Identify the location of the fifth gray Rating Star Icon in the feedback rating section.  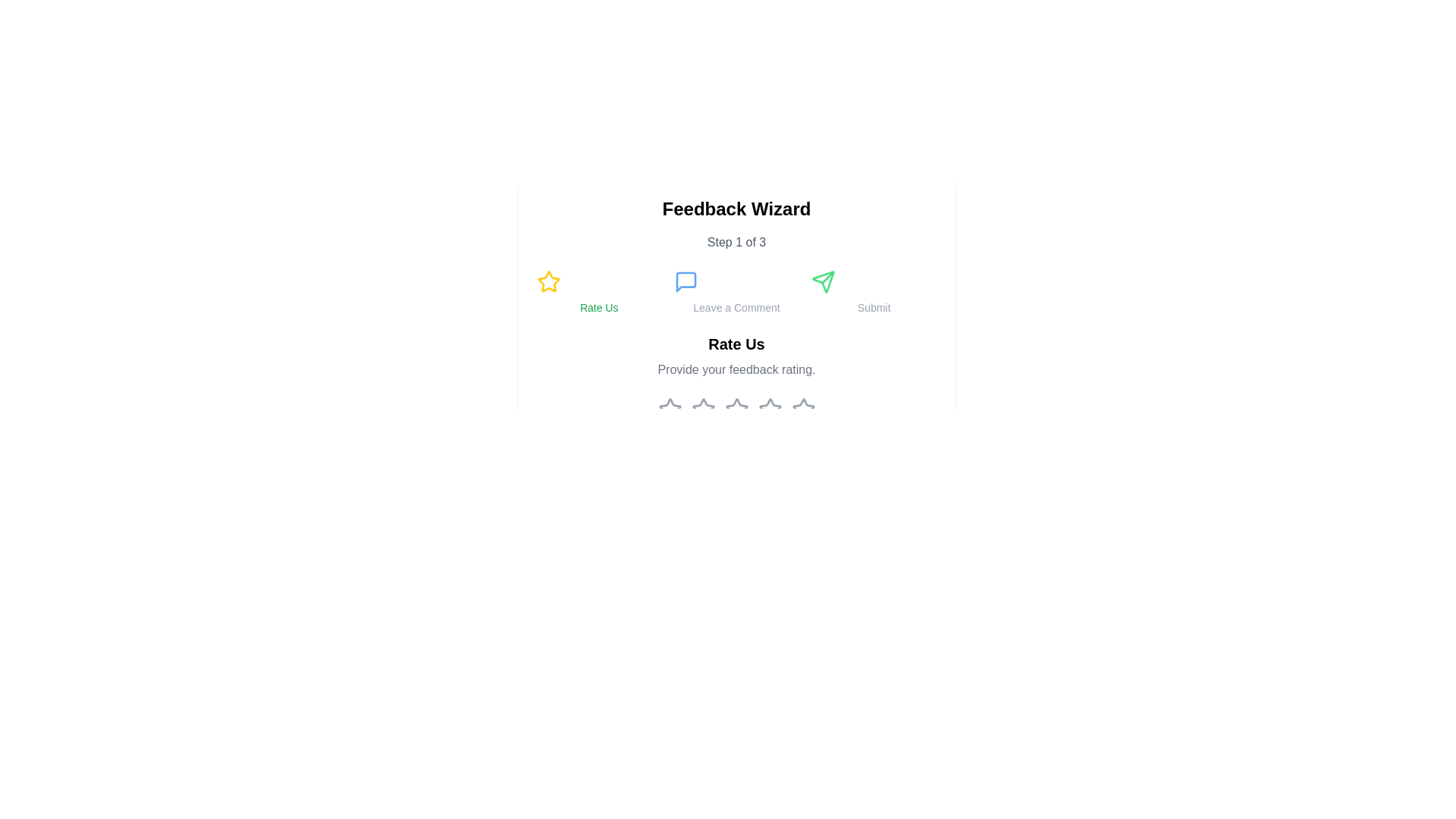
(770, 408).